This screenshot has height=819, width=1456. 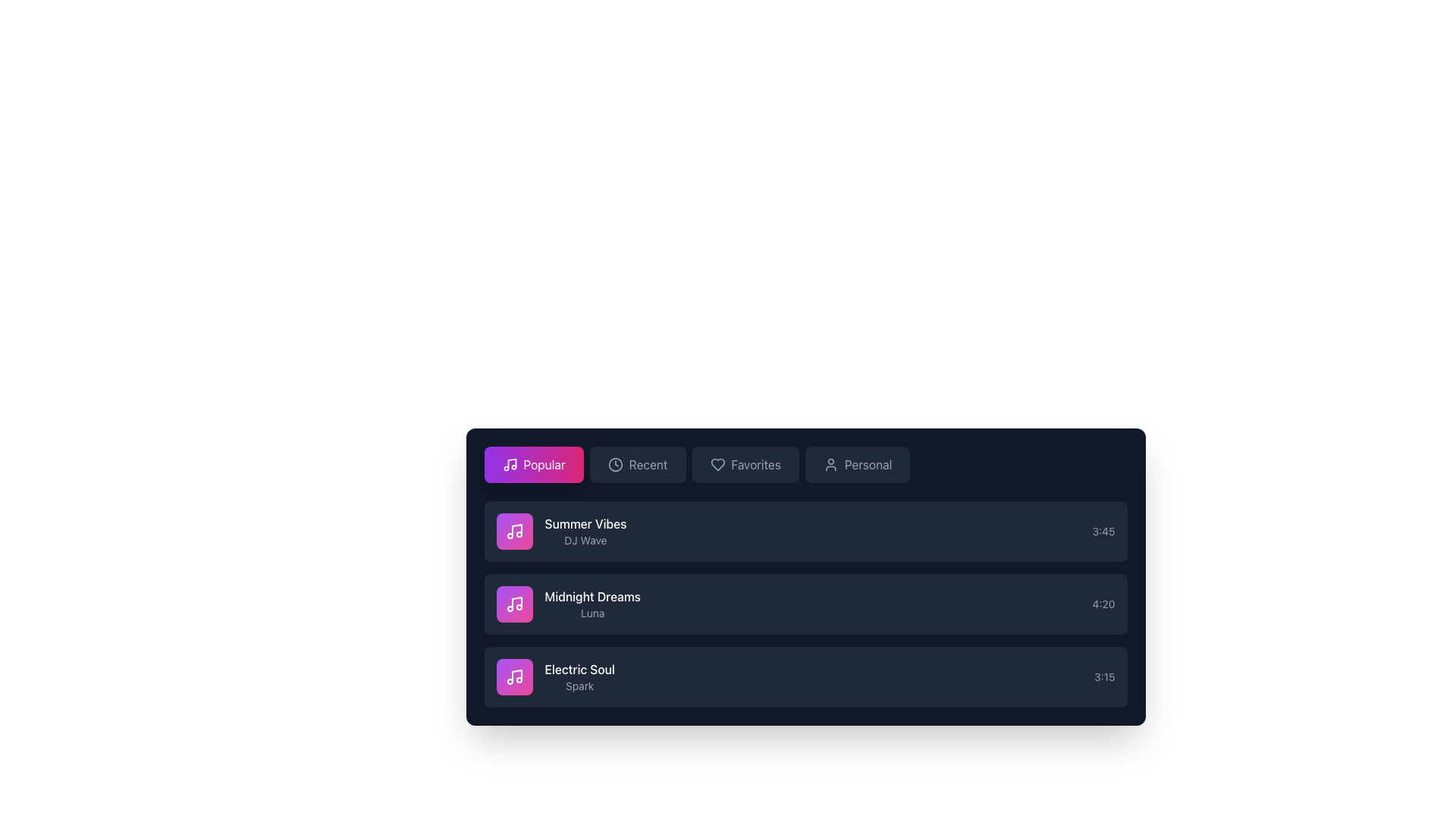 I want to click on the text label that describes the performer or contributor of the music piece 'Summer Vibes', which is located beneath the 'Summer Vibes' title in the 'Popular' section of the music playlist, so click(x=585, y=540).